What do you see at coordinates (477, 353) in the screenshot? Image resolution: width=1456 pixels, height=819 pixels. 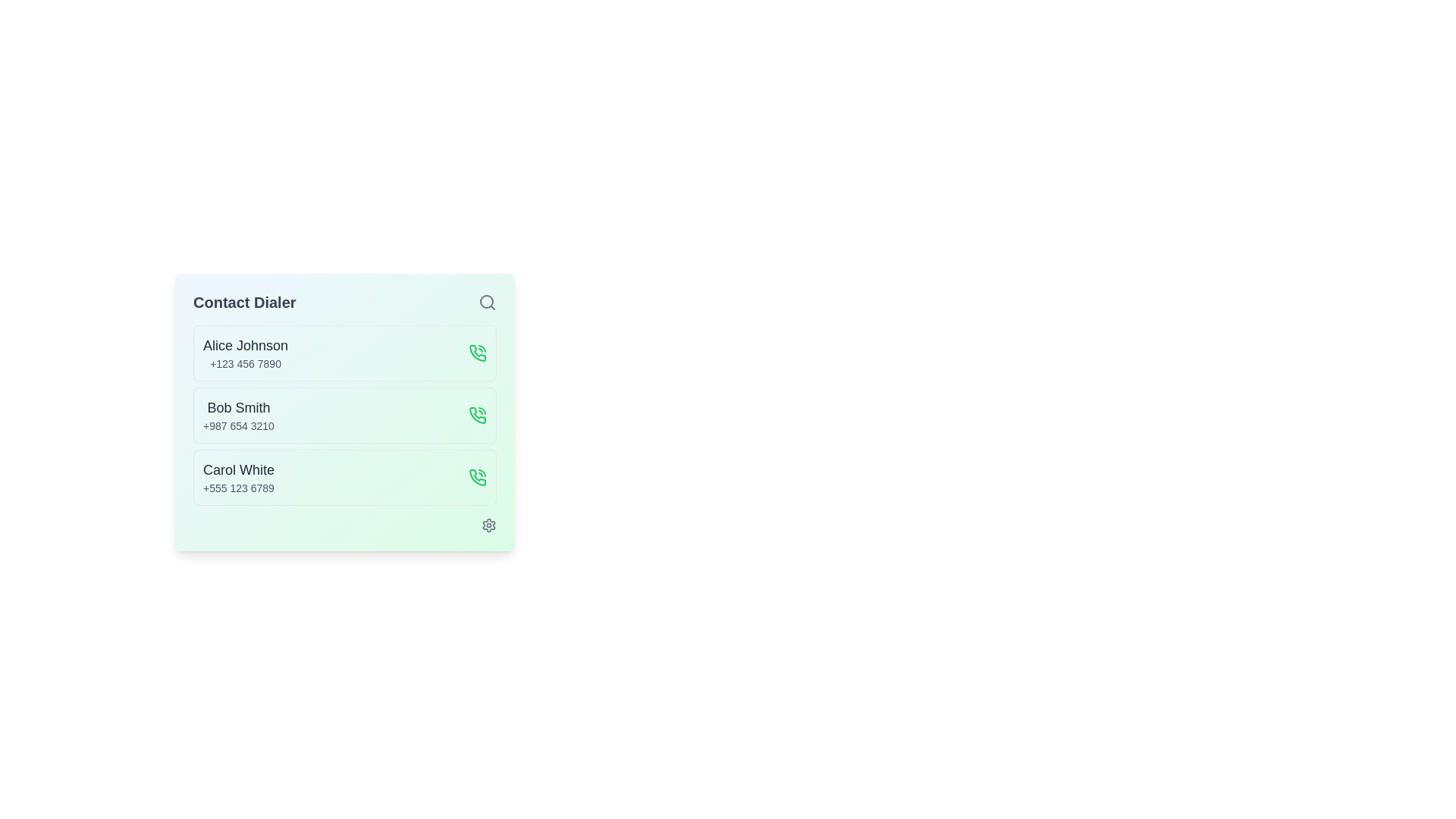 I see `the phone call icon located in the right portion of the second contact row to initiate a call` at bounding box center [477, 353].